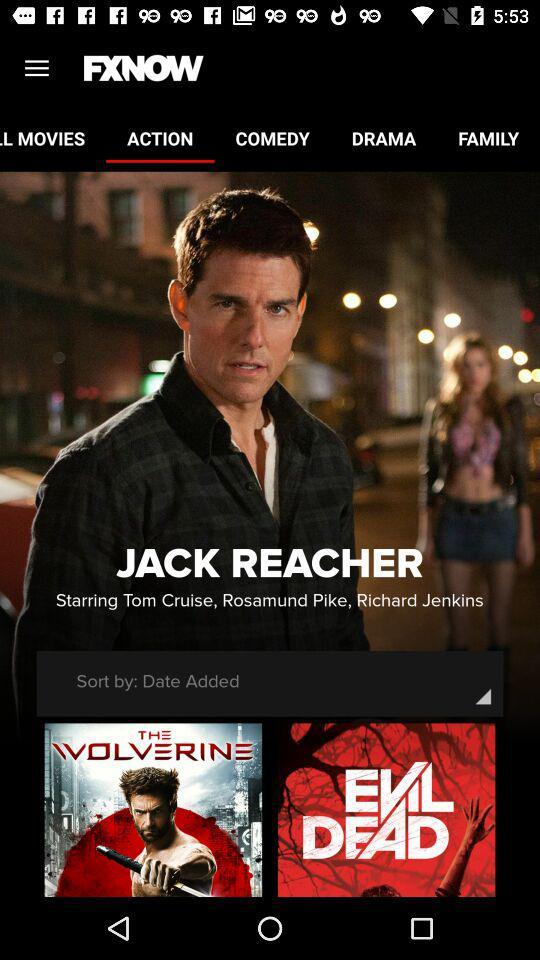 The image size is (540, 960). What do you see at coordinates (36, 68) in the screenshot?
I see `item above all movies icon` at bounding box center [36, 68].